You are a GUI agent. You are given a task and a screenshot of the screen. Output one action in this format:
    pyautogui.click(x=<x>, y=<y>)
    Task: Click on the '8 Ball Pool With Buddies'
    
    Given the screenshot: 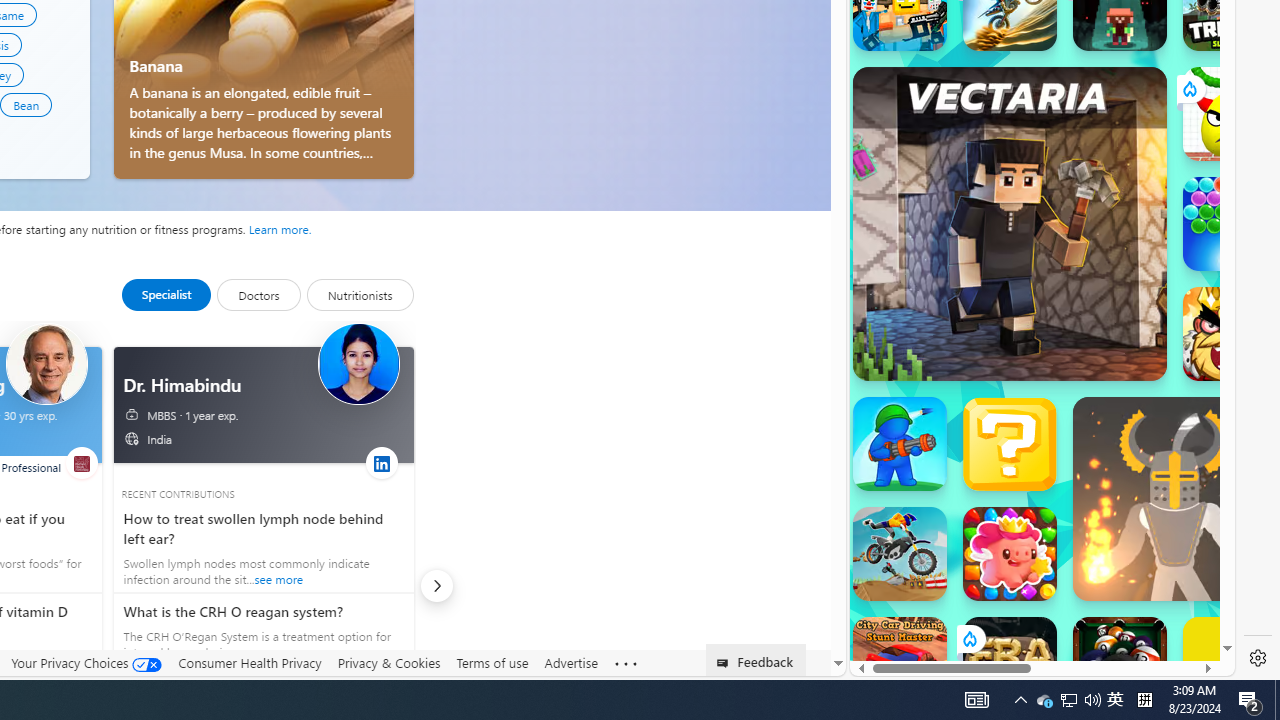 What is the action you would take?
    pyautogui.click(x=1120, y=664)
    